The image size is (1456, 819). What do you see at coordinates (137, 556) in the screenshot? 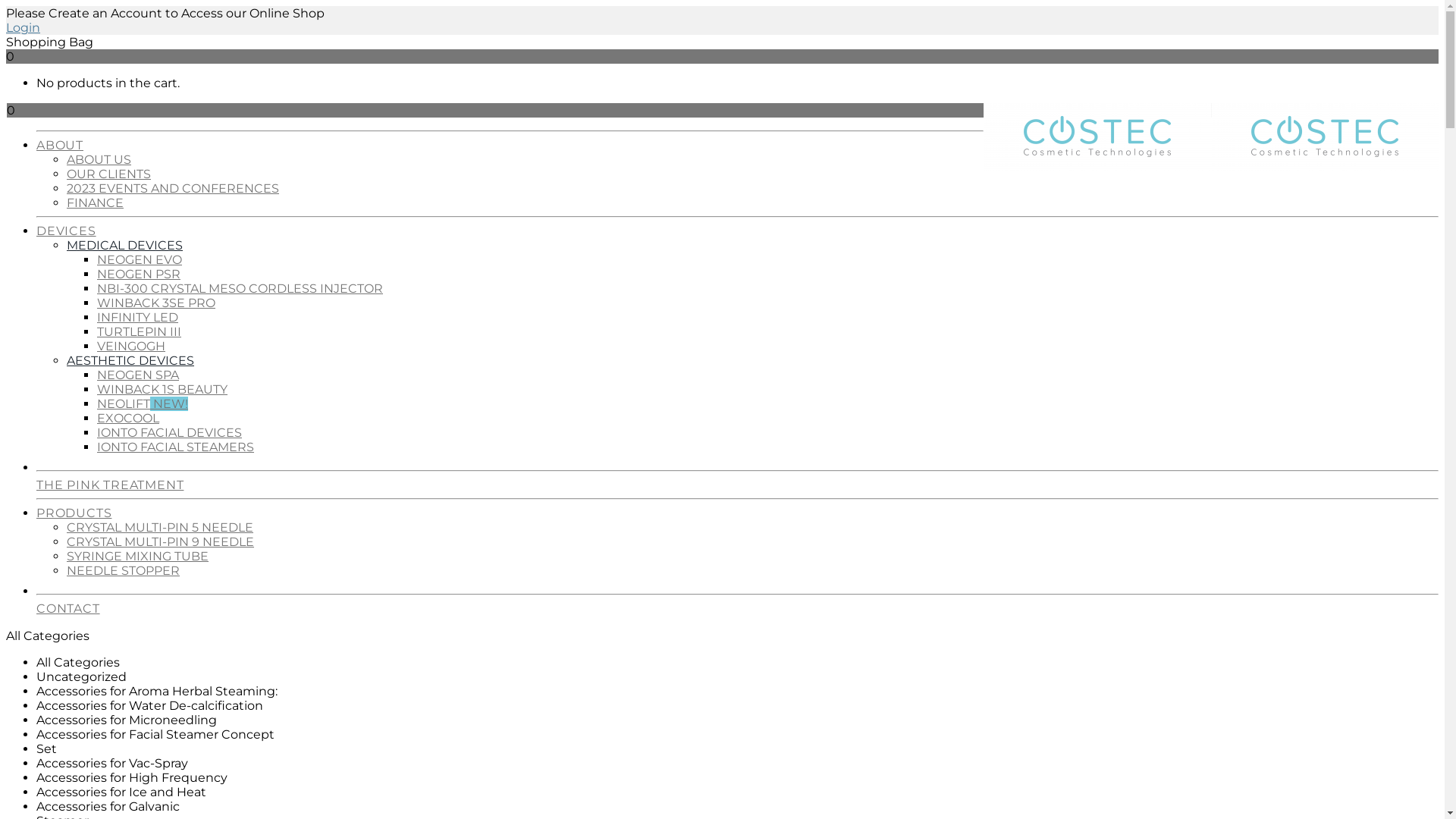
I see `'SYRINGE MIXING TUBE'` at bounding box center [137, 556].